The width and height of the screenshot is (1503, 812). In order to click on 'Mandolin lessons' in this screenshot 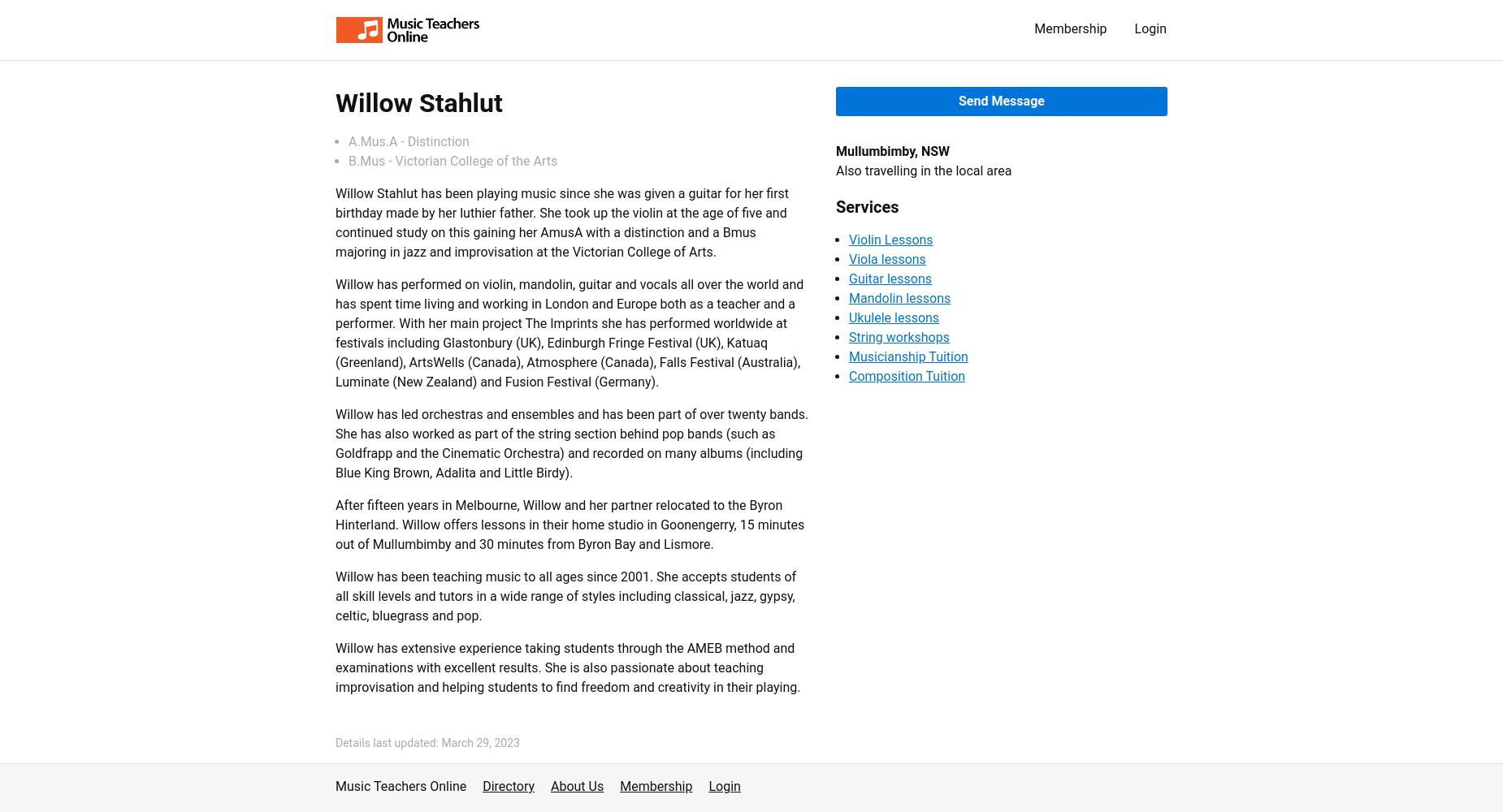, I will do `click(847, 297)`.